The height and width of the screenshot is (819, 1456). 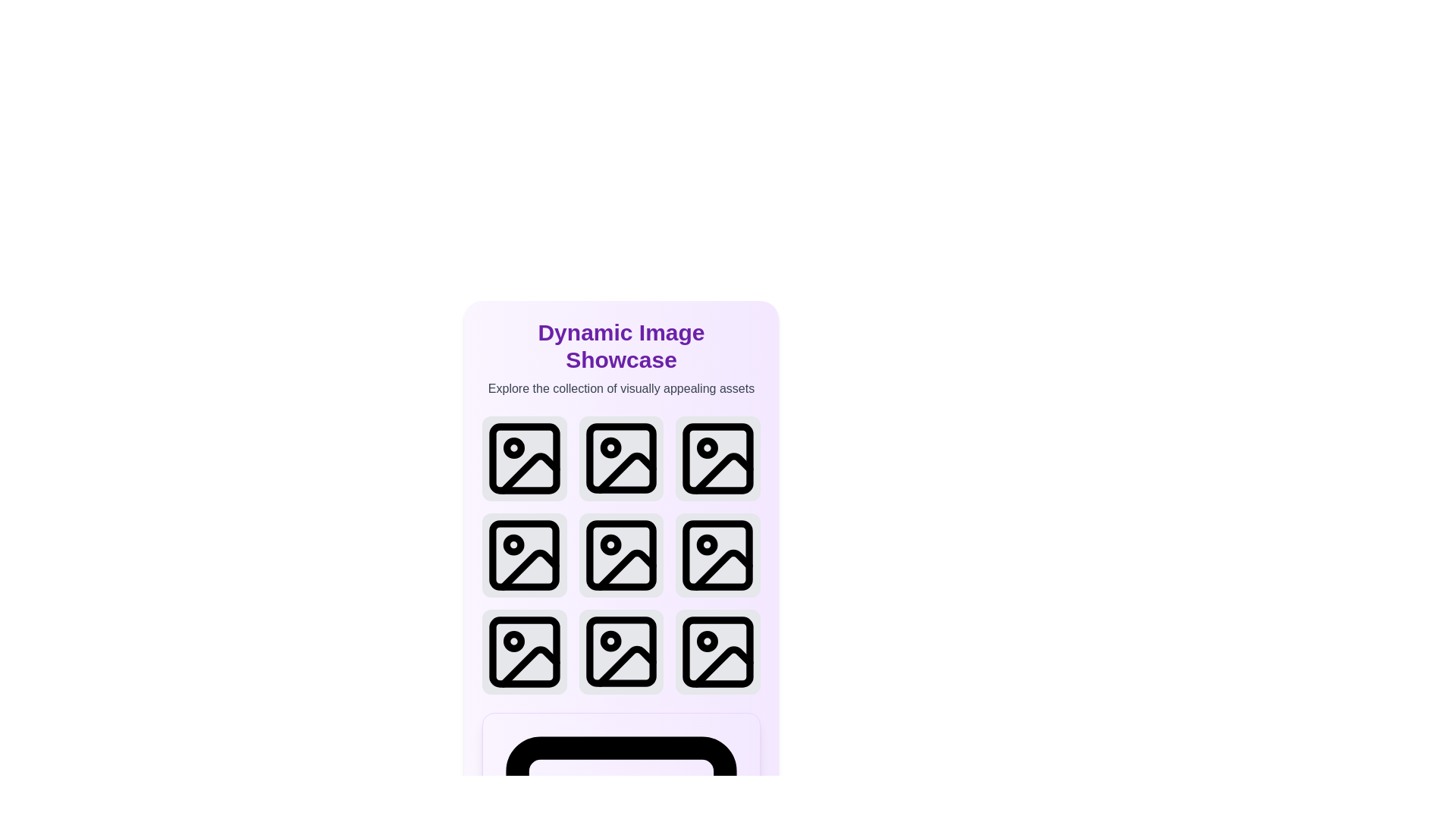 What do you see at coordinates (621, 555) in the screenshot?
I see `the center image placeholder button in the second row of the 3x3 grid layout` at bounding box center [621, 555].